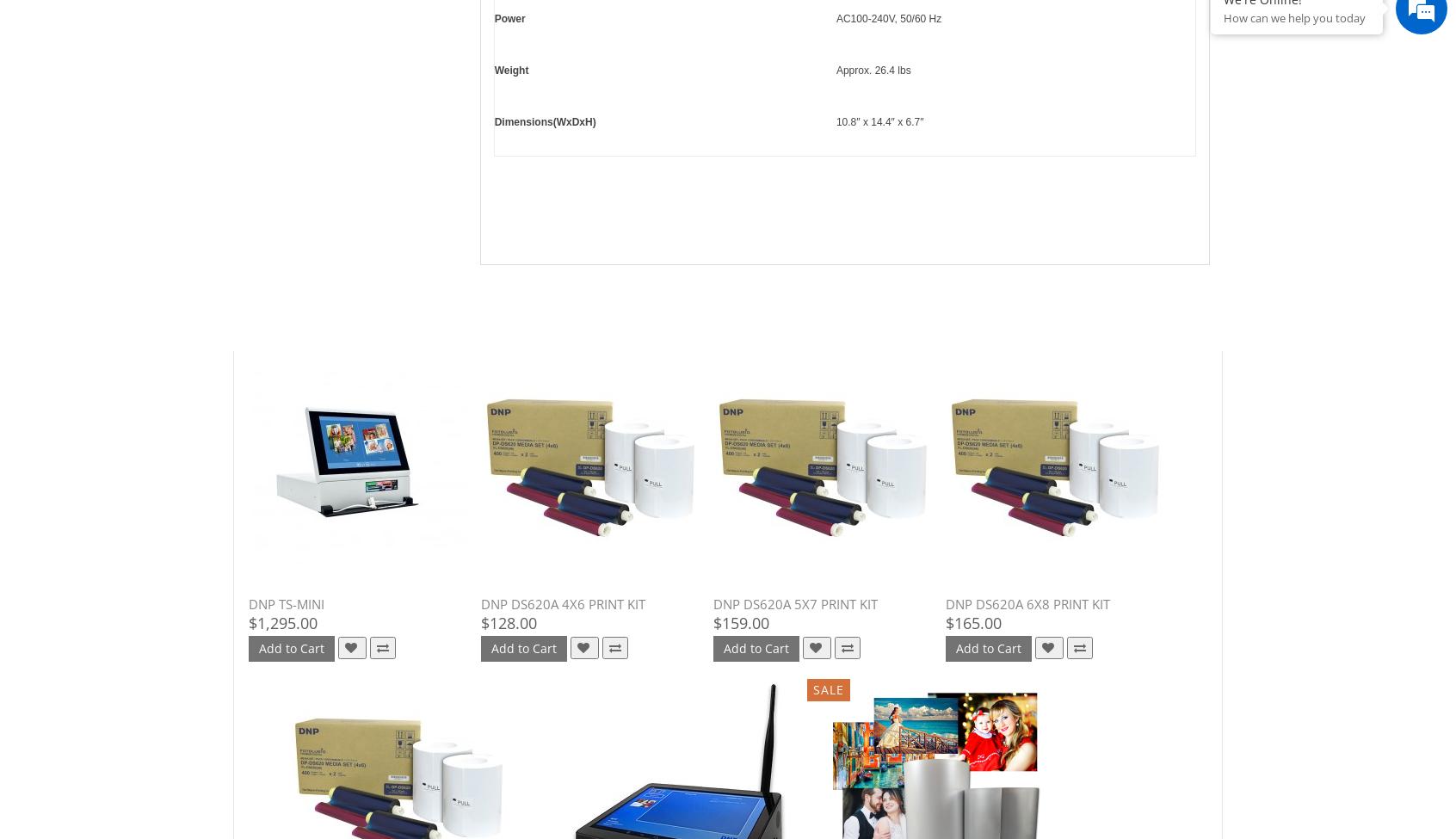 The width and height of the screenshot is (1456, 839). I want to click on '10.8″ x 14.4″ x 6.7″', so click(878, 120).